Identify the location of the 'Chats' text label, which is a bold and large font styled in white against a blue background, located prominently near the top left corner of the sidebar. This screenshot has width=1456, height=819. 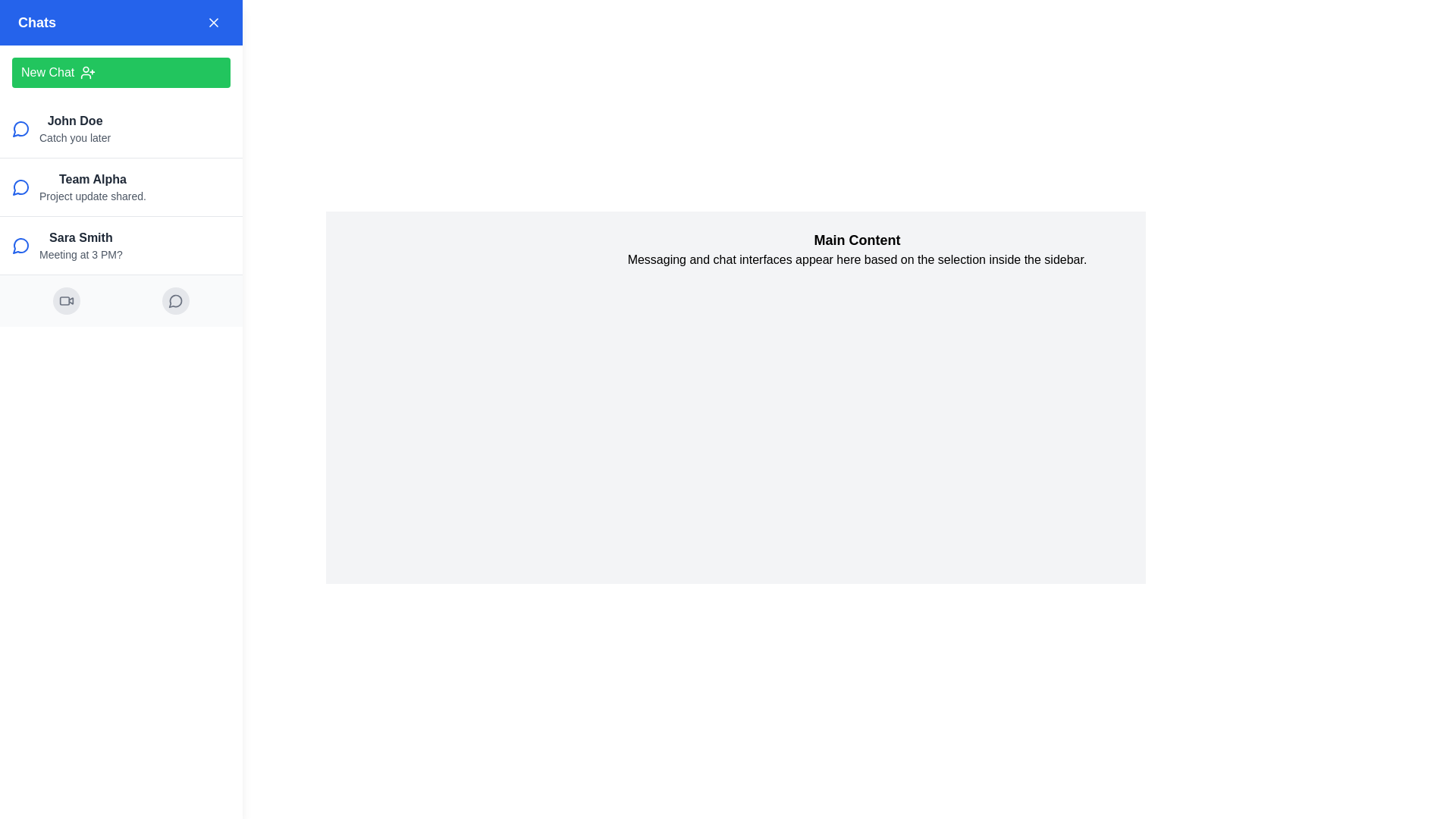
(36, 23).